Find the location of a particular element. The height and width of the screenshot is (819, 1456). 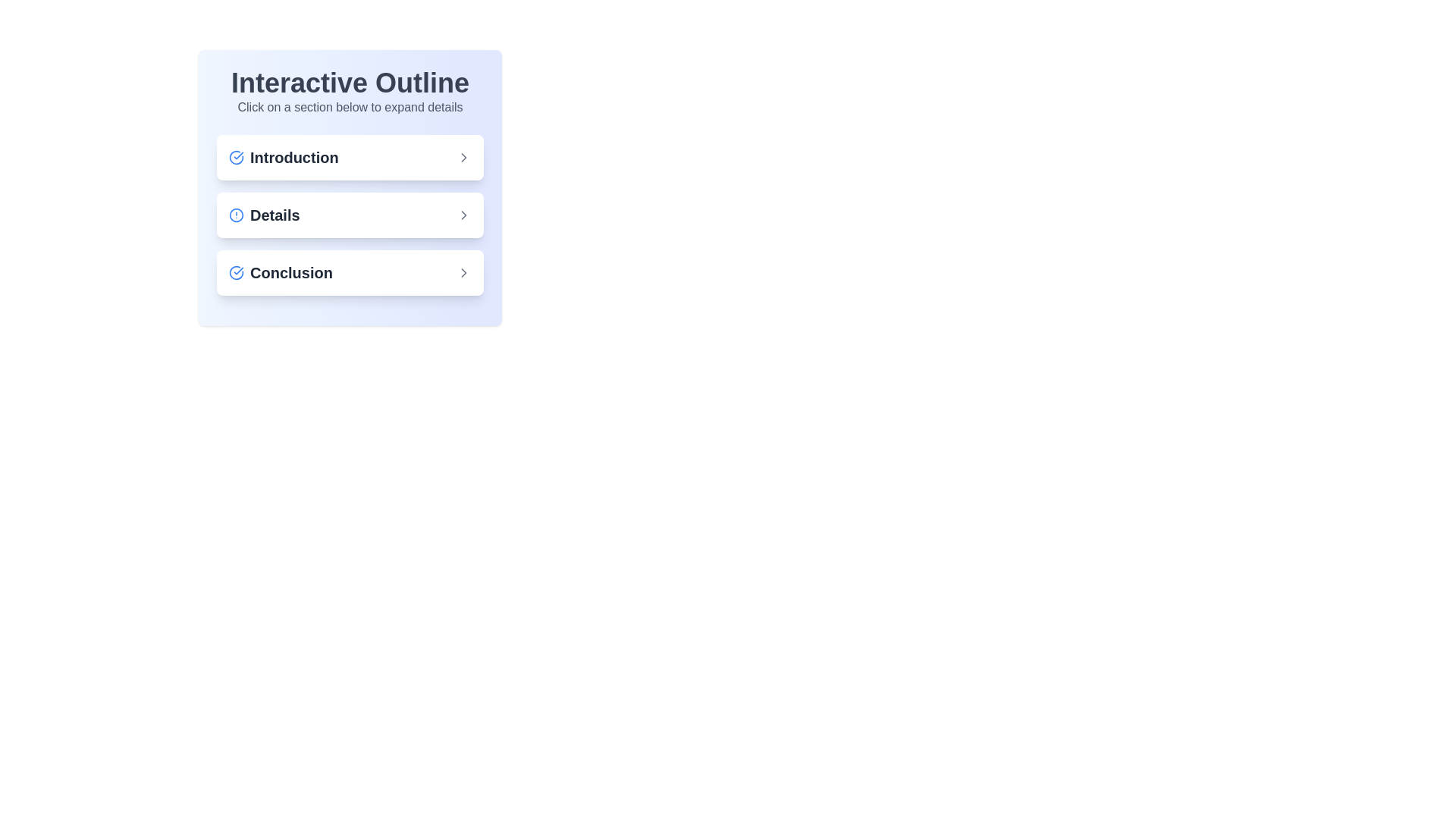

the chevron icon that resembles a right-pointing arrow, styled with a thin, rounded stroke in gray, located at the far right of the 'Introduction' section is located at coordinates (463, 158).